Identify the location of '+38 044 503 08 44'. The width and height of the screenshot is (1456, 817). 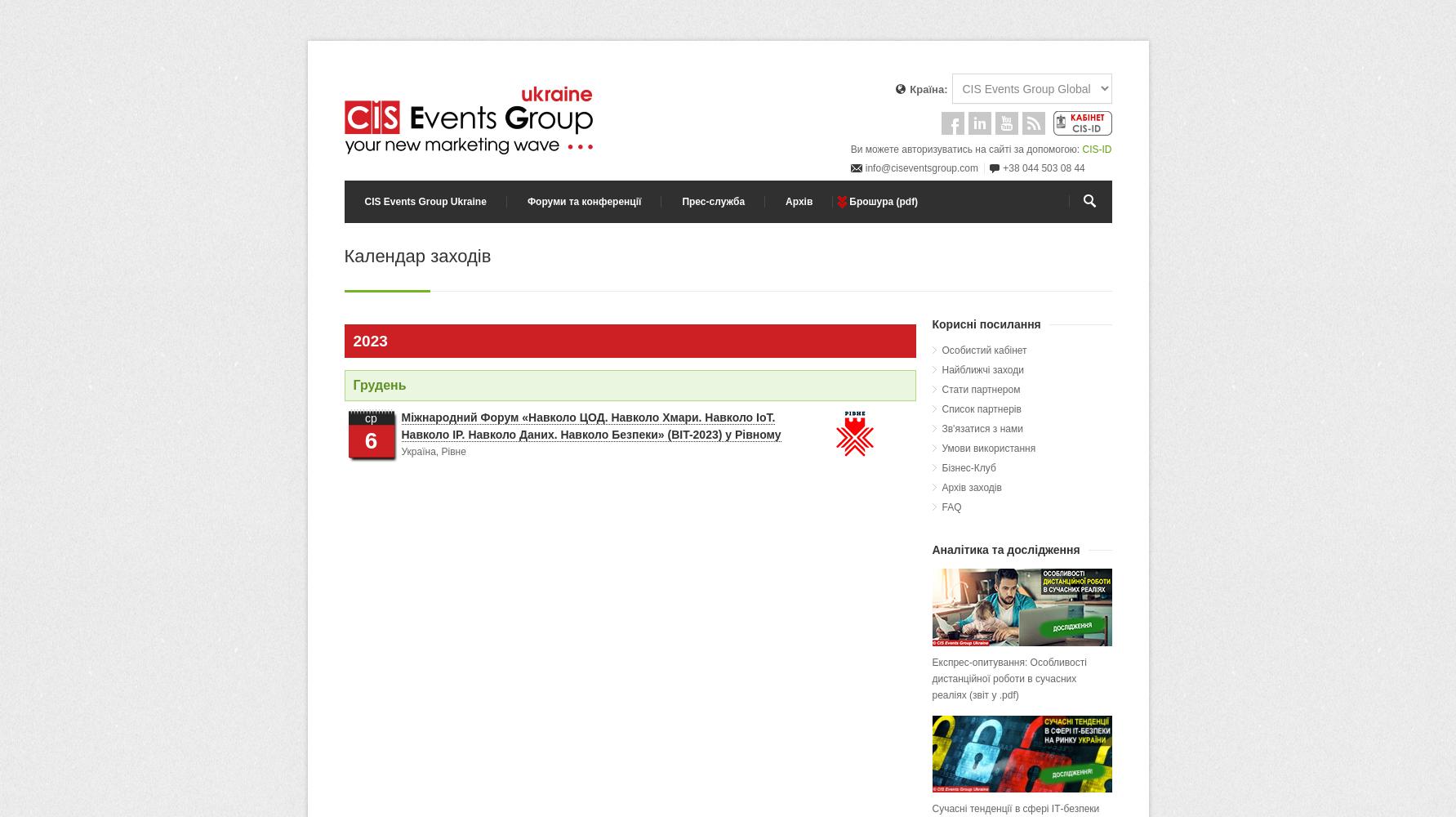
(1044, 167).